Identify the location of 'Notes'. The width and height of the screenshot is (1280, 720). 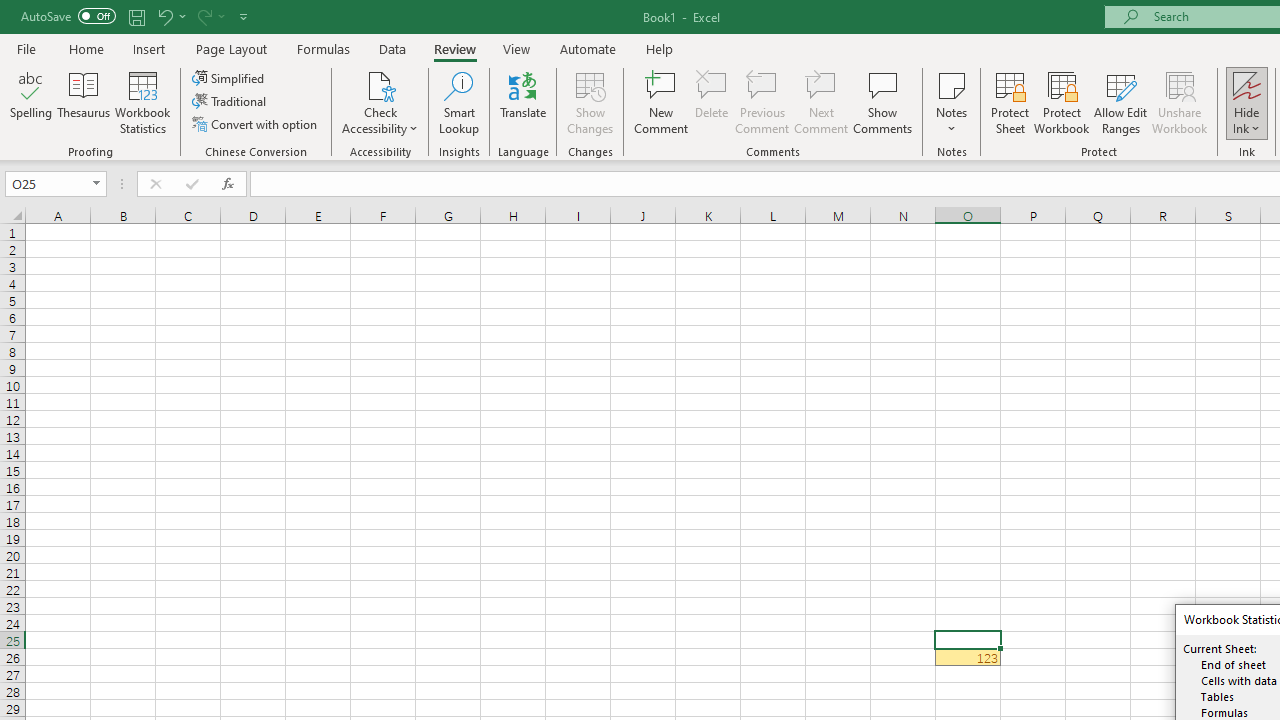
(950, 103).